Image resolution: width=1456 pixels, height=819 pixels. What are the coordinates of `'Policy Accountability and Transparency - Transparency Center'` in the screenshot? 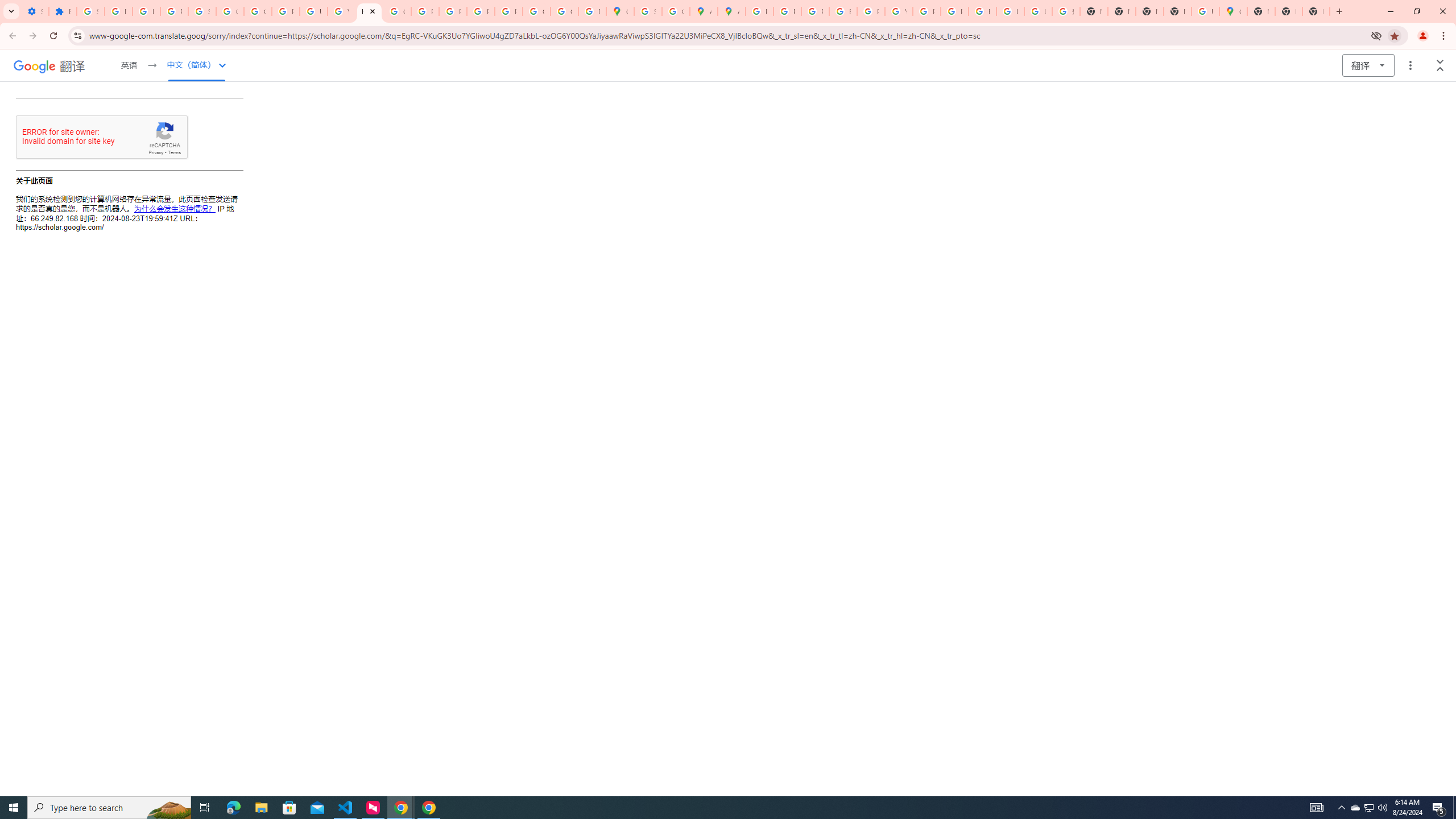 It's located at (760, 11).